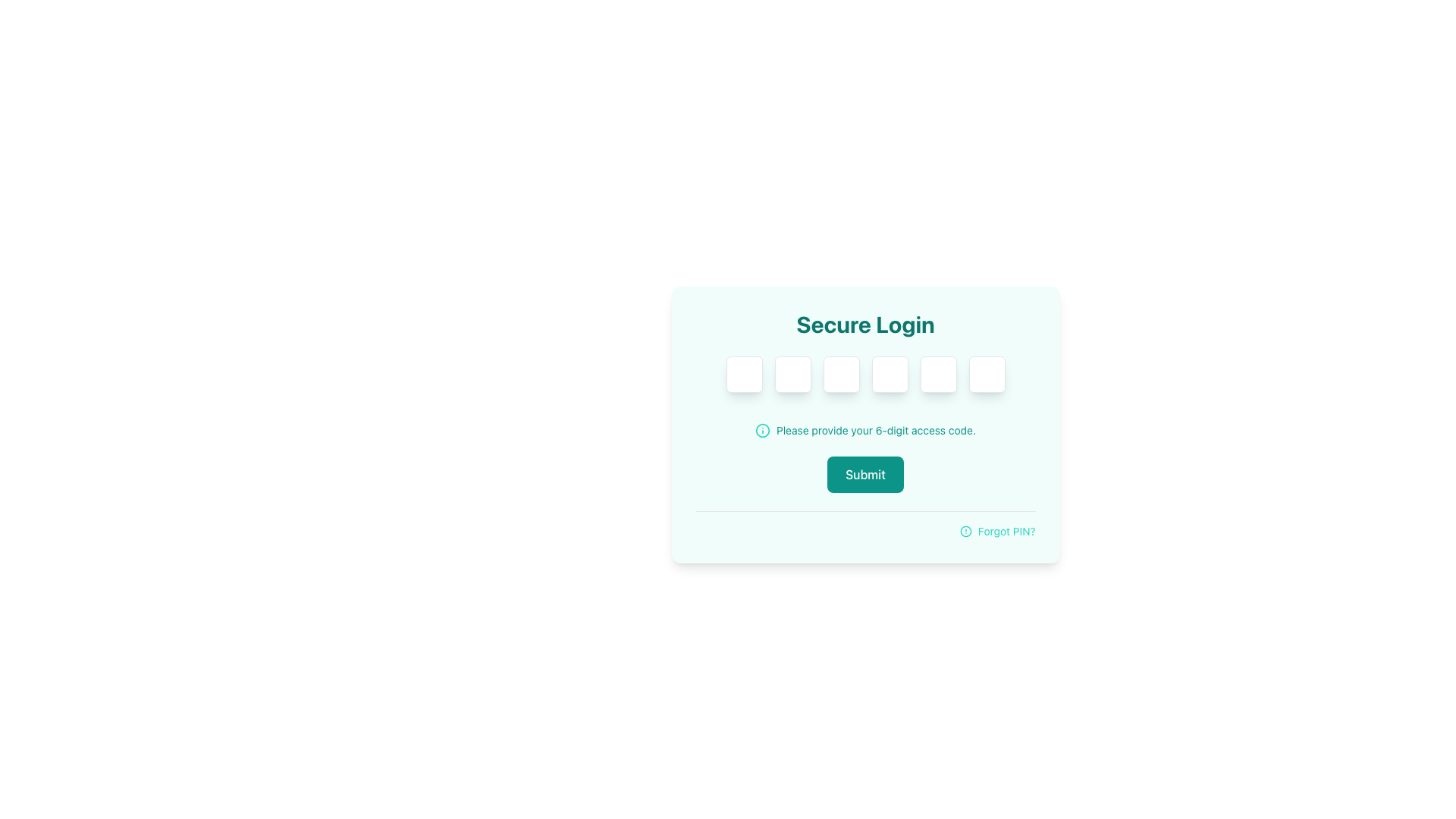 The image size is (1456, 819). What do you see at coordinates (865, 473) in the screenshot?
I see `the 'Submit' button located within the 'Secure Login' form` at bounding box center [865, 473].